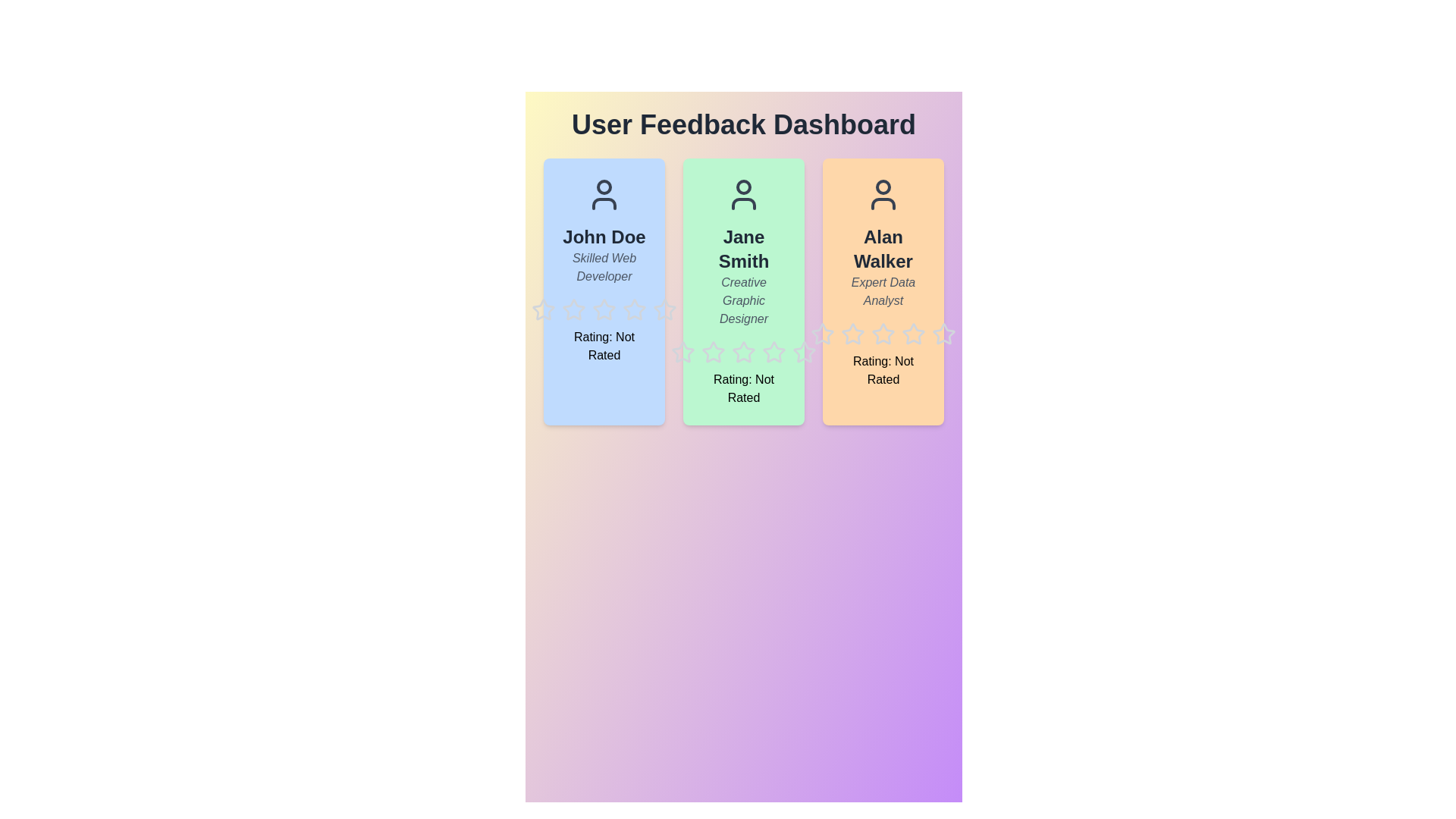  What do you see at coordinates (591, 298) in the screenshot?
I see `the star icon corresponding to 3 for user John Doe` at bounding box center [591, 298].